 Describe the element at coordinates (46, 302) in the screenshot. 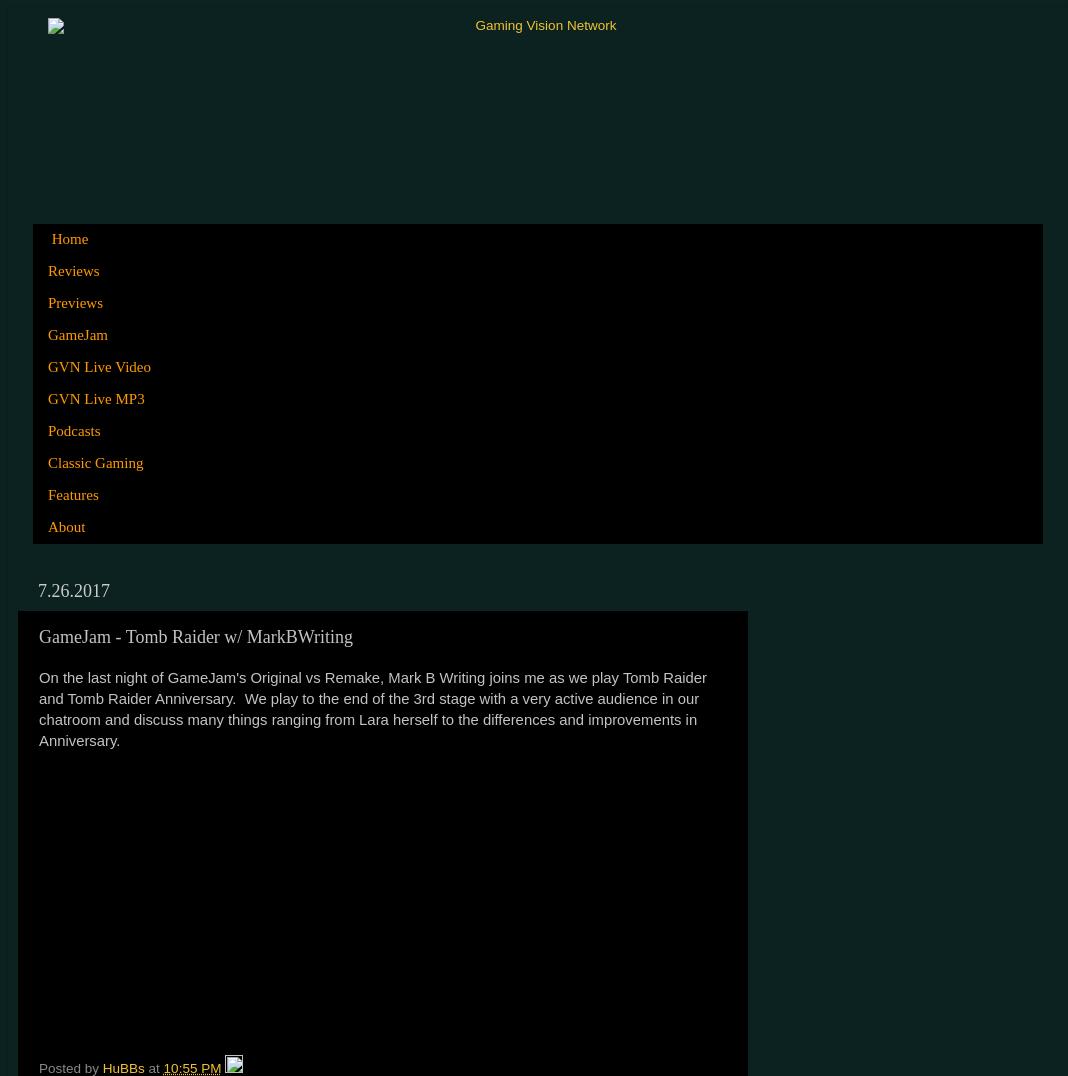

I see `'Previews'` at that location.